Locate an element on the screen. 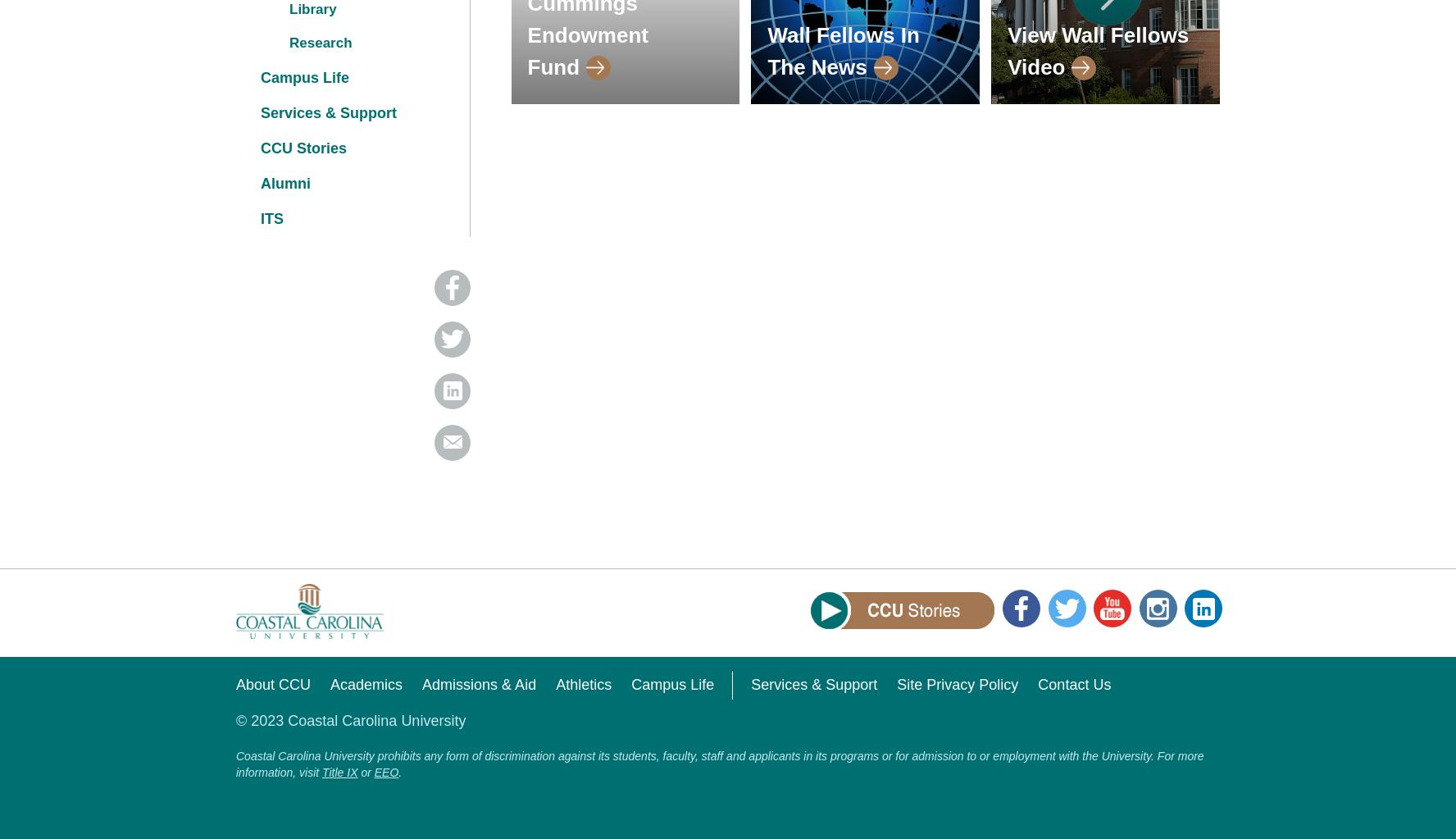 The image size is (1456, 839). 'View Wall Fellows' is located at coordinates (1097, 34).